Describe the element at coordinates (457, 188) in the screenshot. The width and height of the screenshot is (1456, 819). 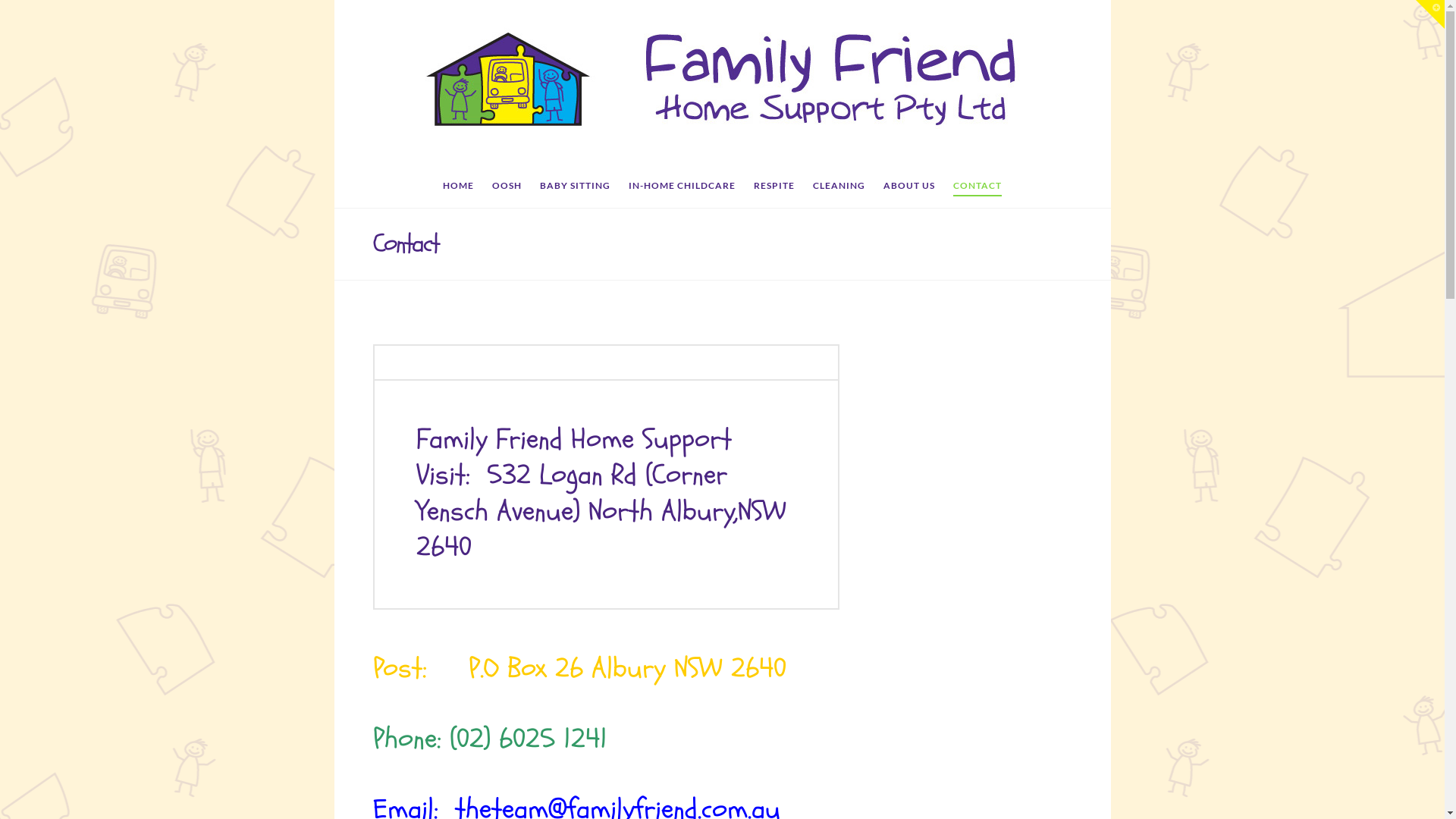
I see `'HOME'` at that location.